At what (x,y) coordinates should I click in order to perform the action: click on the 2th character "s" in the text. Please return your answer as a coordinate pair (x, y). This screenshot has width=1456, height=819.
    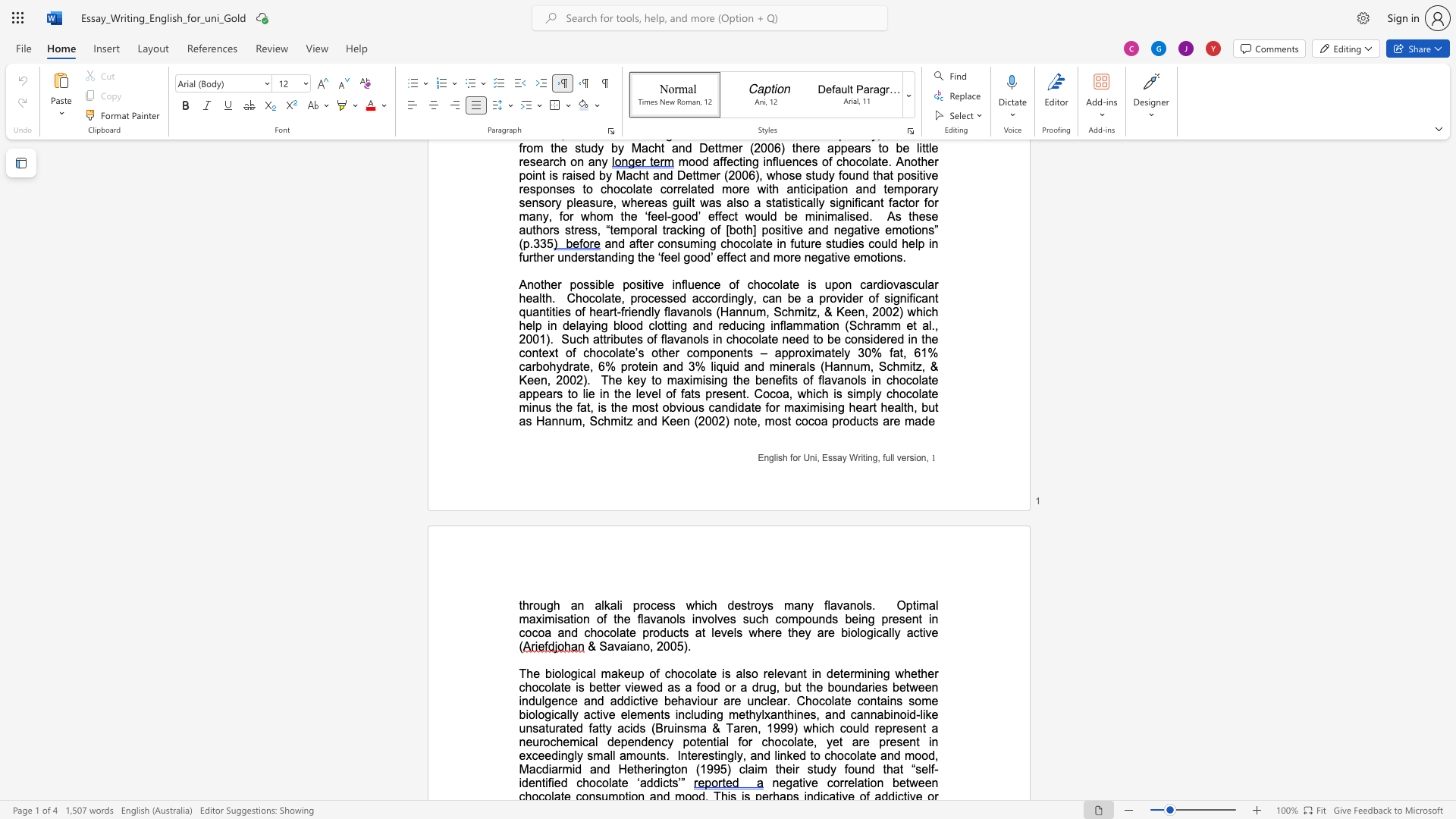
    Looking at the image, I should click on (748, 673).